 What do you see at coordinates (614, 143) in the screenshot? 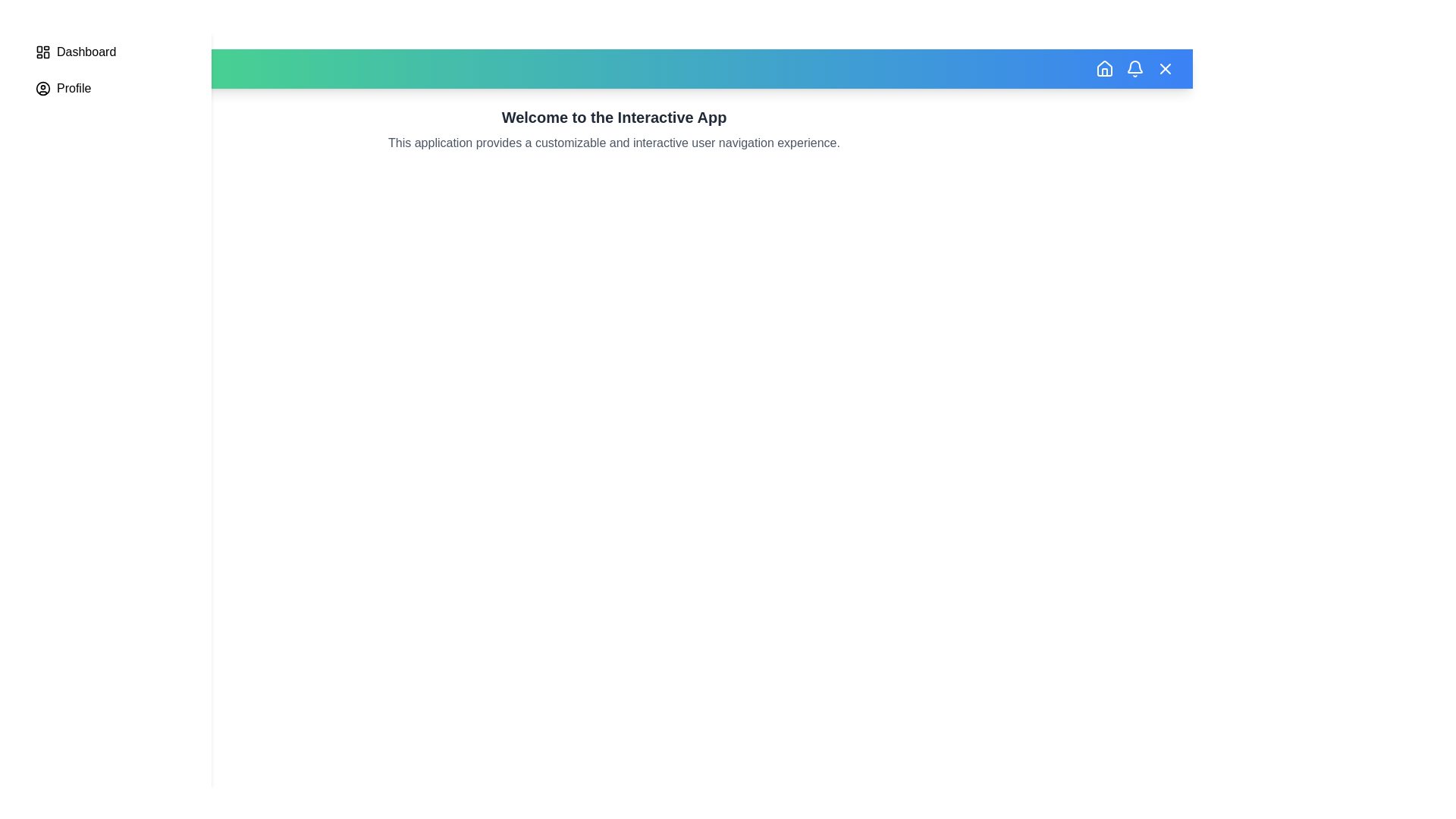
I see `the gray-colored text description located underneath the title 'Welcome to the Interactive App', which explains the customizable and interactive user navigation experience` at bounding box center [614, 143].